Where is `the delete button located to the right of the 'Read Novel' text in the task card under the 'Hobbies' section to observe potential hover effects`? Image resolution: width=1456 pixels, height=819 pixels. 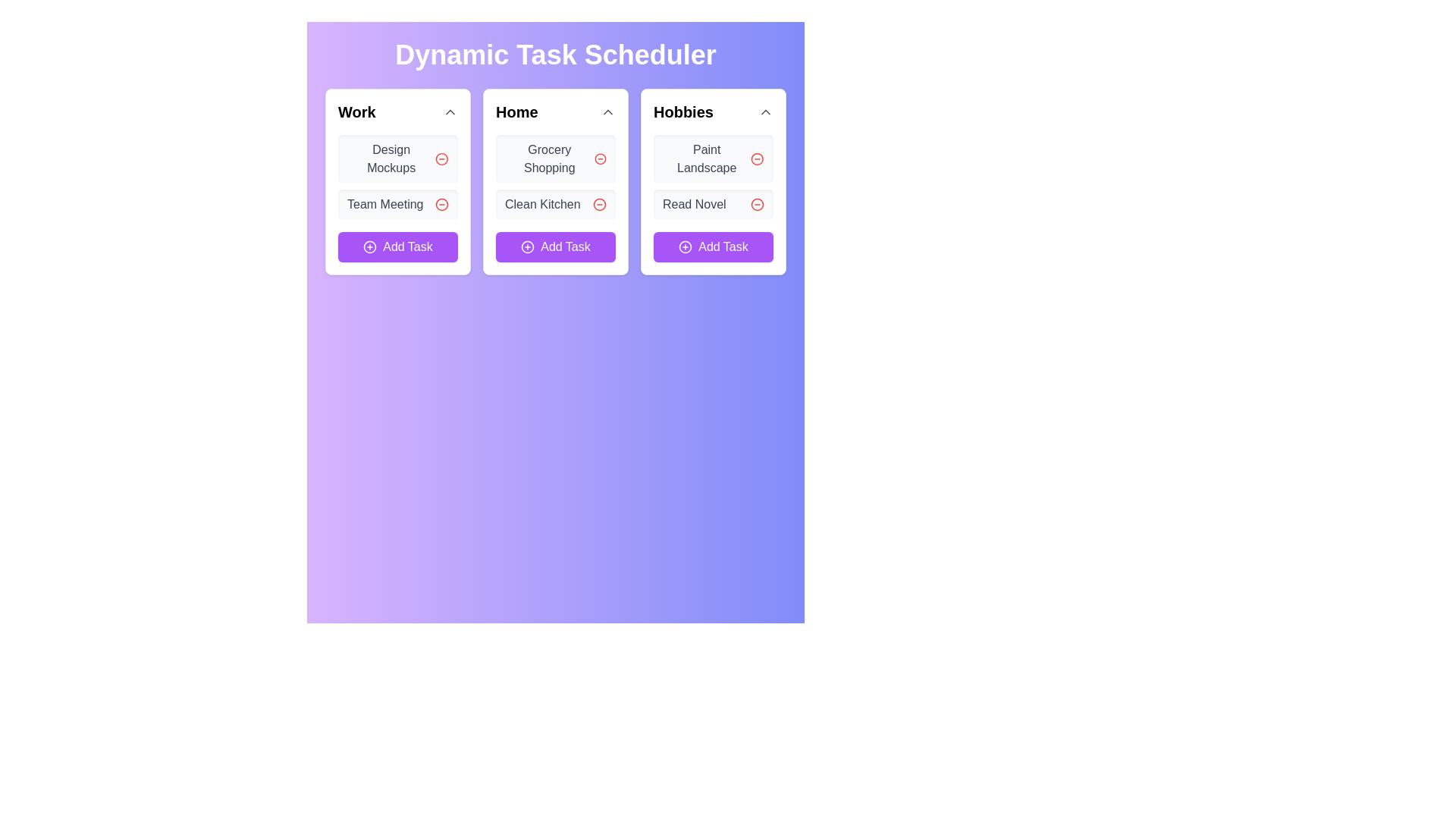 the delete button located to the right of the 'Read Novel' text in the task card under the 'Hobbies' section to observe potential hover effects is located at coordinates (757, 205).